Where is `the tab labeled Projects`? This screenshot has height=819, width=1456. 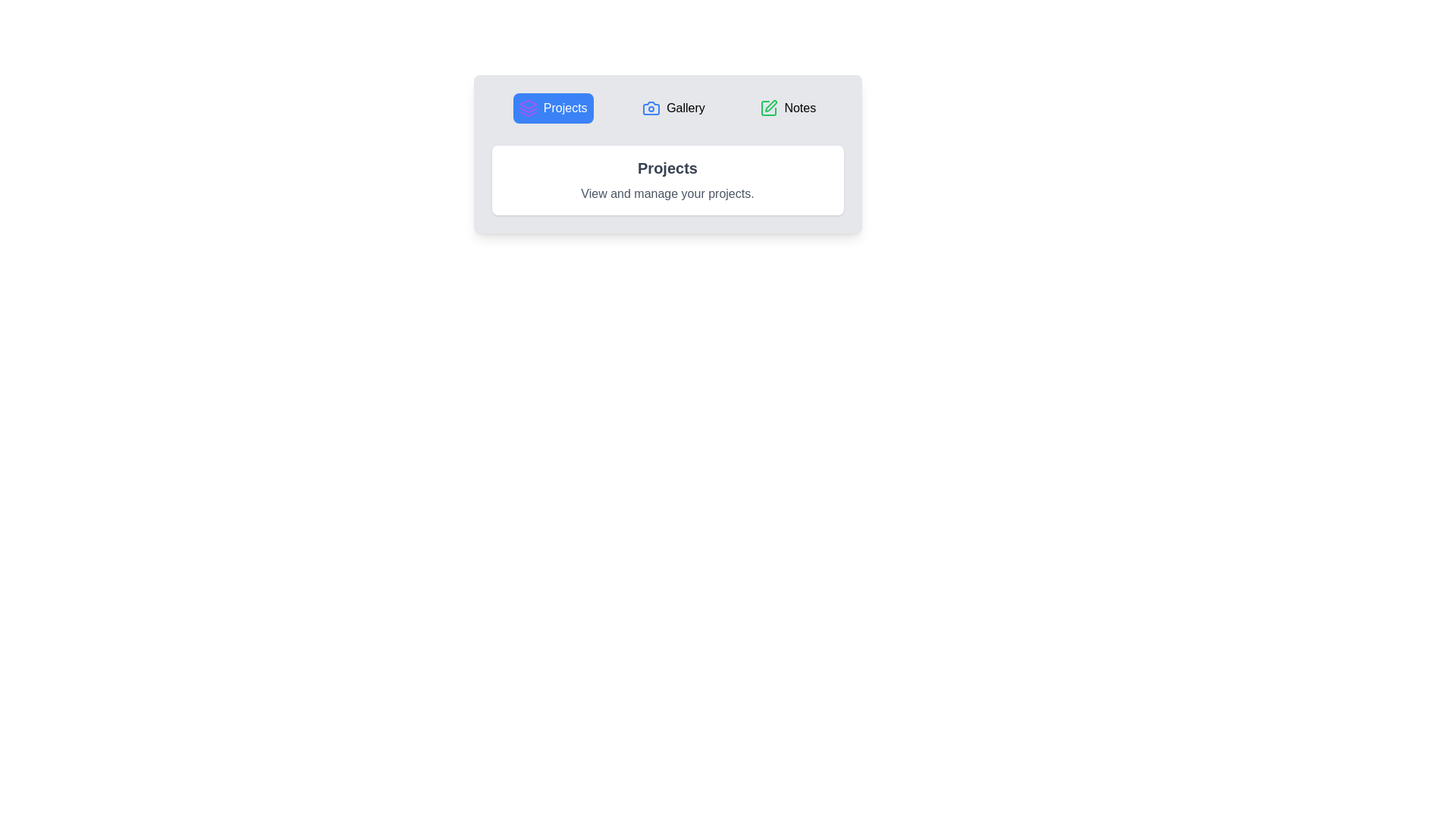 the tab labeled Projects is located at coordinates (552, 107).